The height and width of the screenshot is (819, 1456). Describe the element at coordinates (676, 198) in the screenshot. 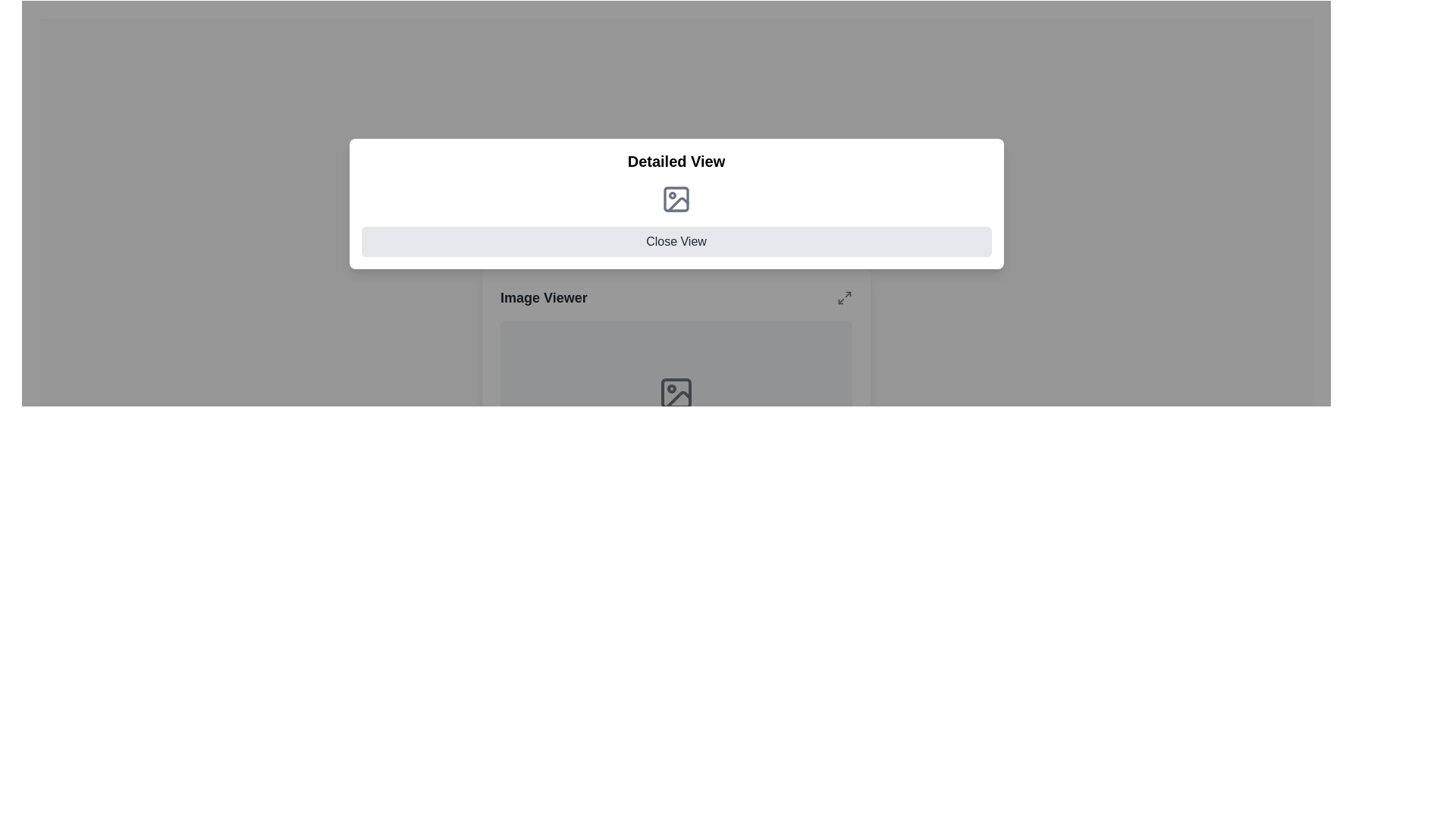

I see `the image-related icon located at the top-center of the 'Detailed View' modal, right above the 'Close View' button` at that location.